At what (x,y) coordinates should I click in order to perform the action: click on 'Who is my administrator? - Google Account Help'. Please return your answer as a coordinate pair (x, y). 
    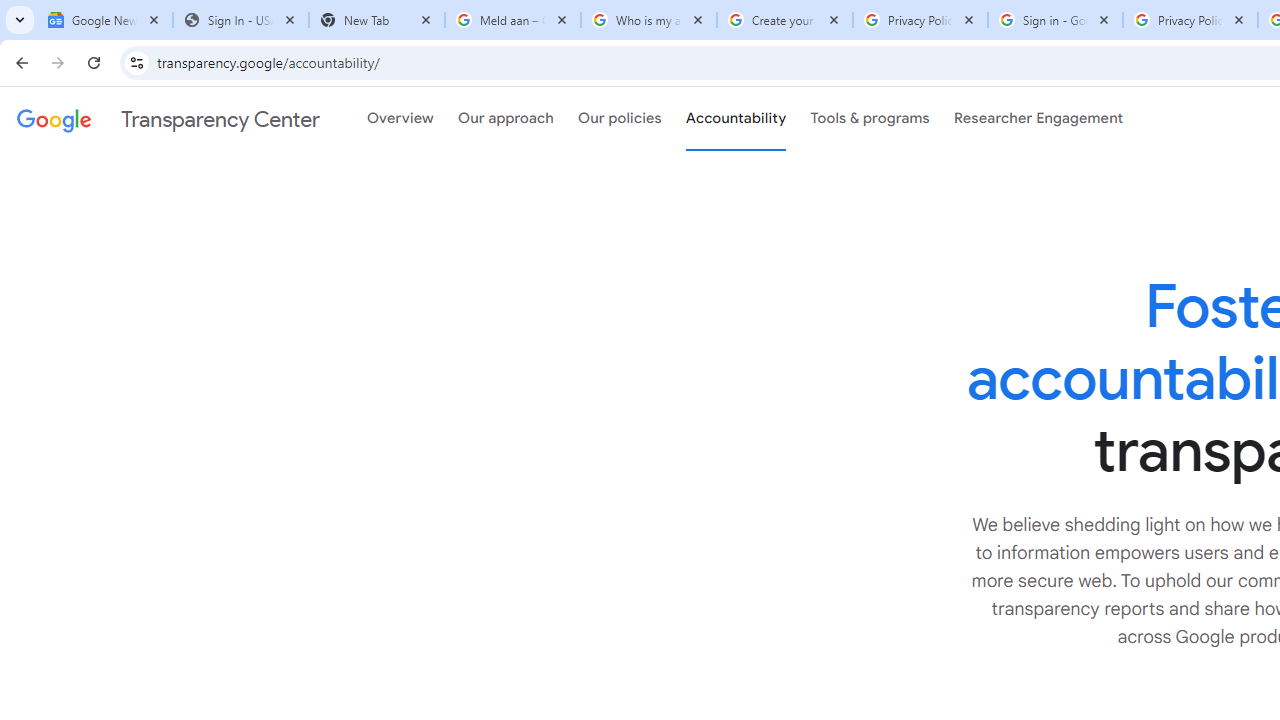
    Looking at the image, I should click on (648, 20).